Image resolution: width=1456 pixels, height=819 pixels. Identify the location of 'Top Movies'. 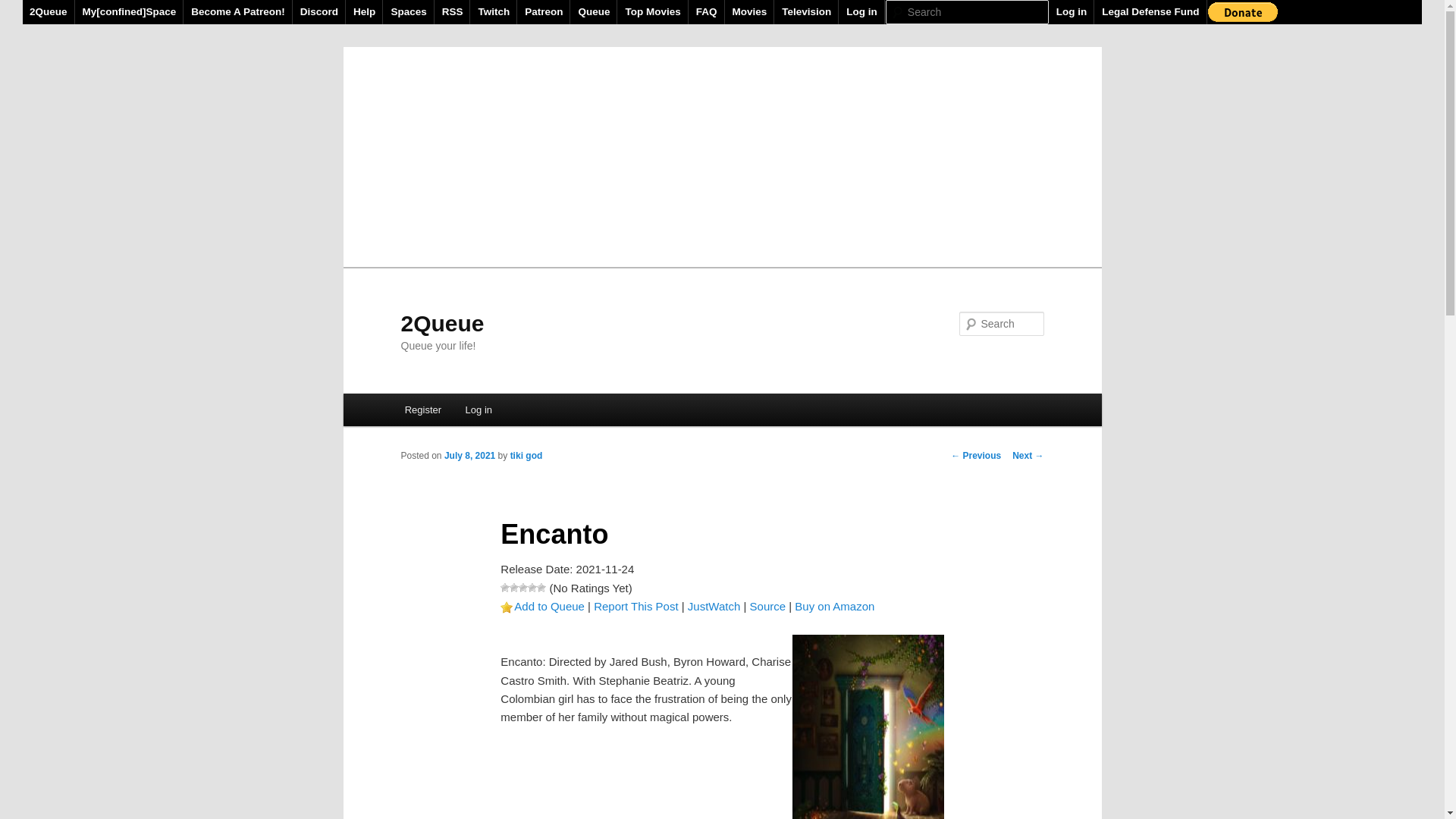
(652, 11).